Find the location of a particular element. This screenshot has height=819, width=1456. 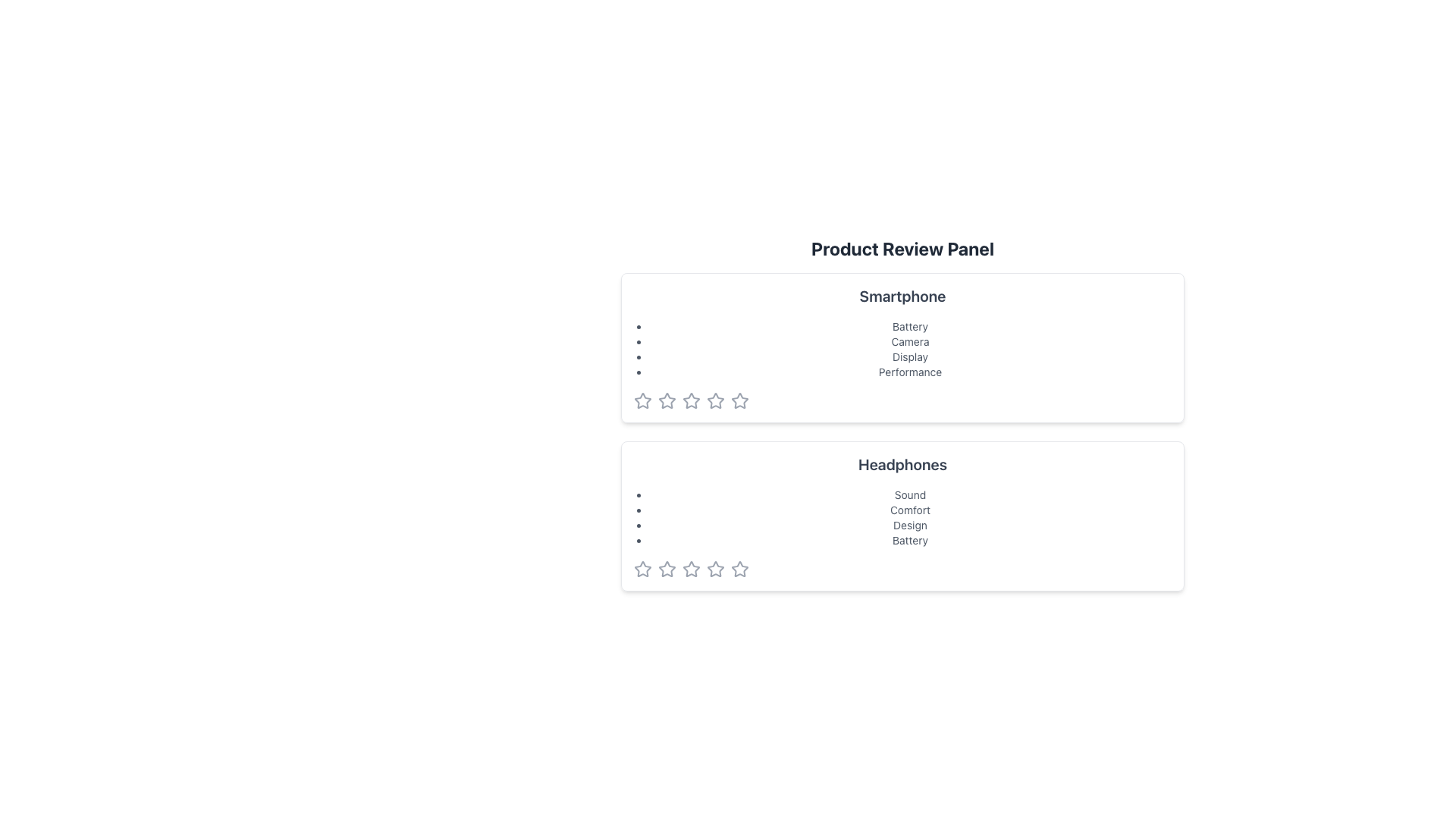

the first star icon in the rating system under the 'Headphones' section to rate it is located at coordinates (643, 570).